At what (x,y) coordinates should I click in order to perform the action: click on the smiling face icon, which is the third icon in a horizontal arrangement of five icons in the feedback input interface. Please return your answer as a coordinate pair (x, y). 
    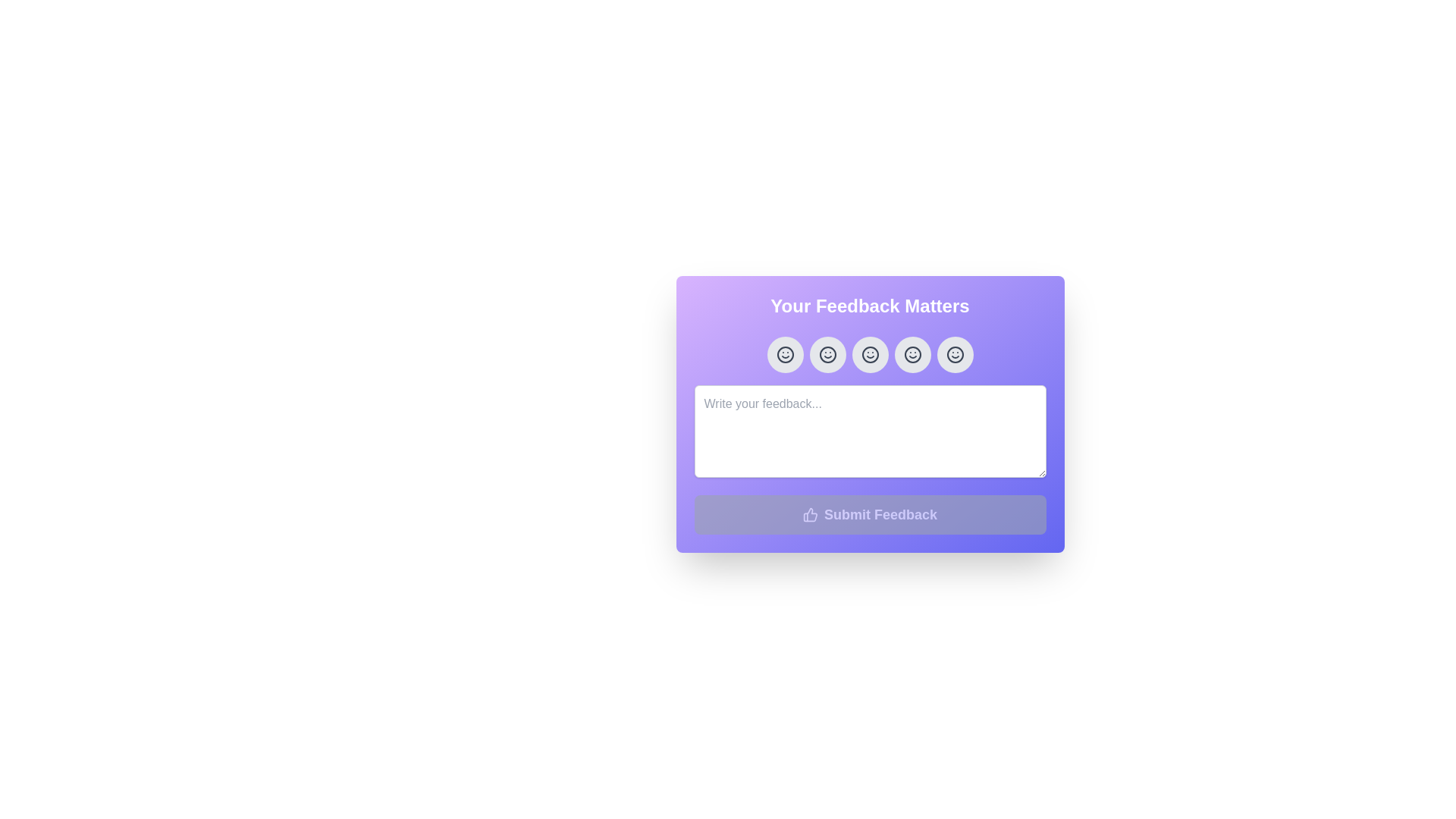
    Looking at the image, I should click on (870, 354).